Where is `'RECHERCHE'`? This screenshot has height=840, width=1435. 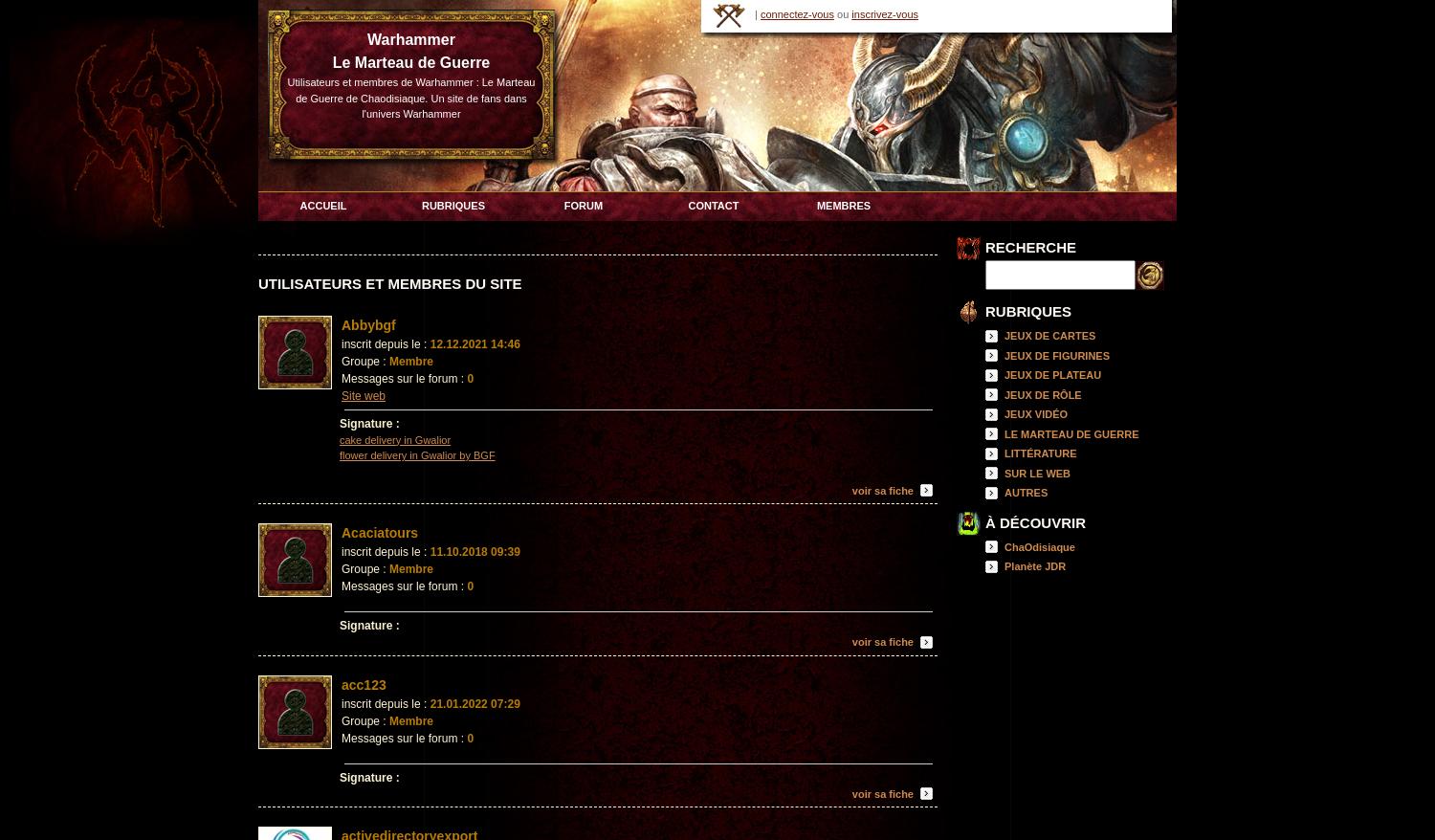 'RECHERCHE' is located at coordinates (1029, 247).